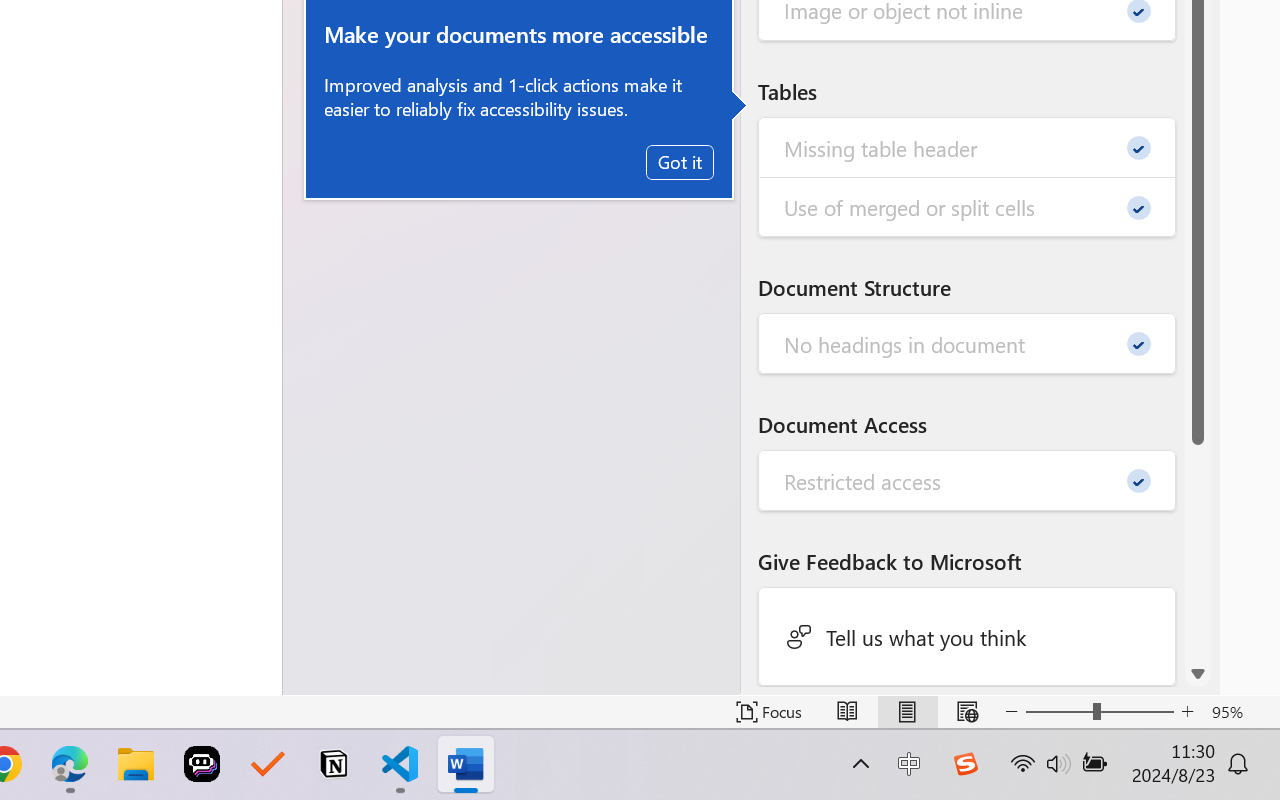  What do you see at coordinates (967, 635) in the screenshot?
I see `'Tell us what you think - 1'` at bounding box center [967, 635].